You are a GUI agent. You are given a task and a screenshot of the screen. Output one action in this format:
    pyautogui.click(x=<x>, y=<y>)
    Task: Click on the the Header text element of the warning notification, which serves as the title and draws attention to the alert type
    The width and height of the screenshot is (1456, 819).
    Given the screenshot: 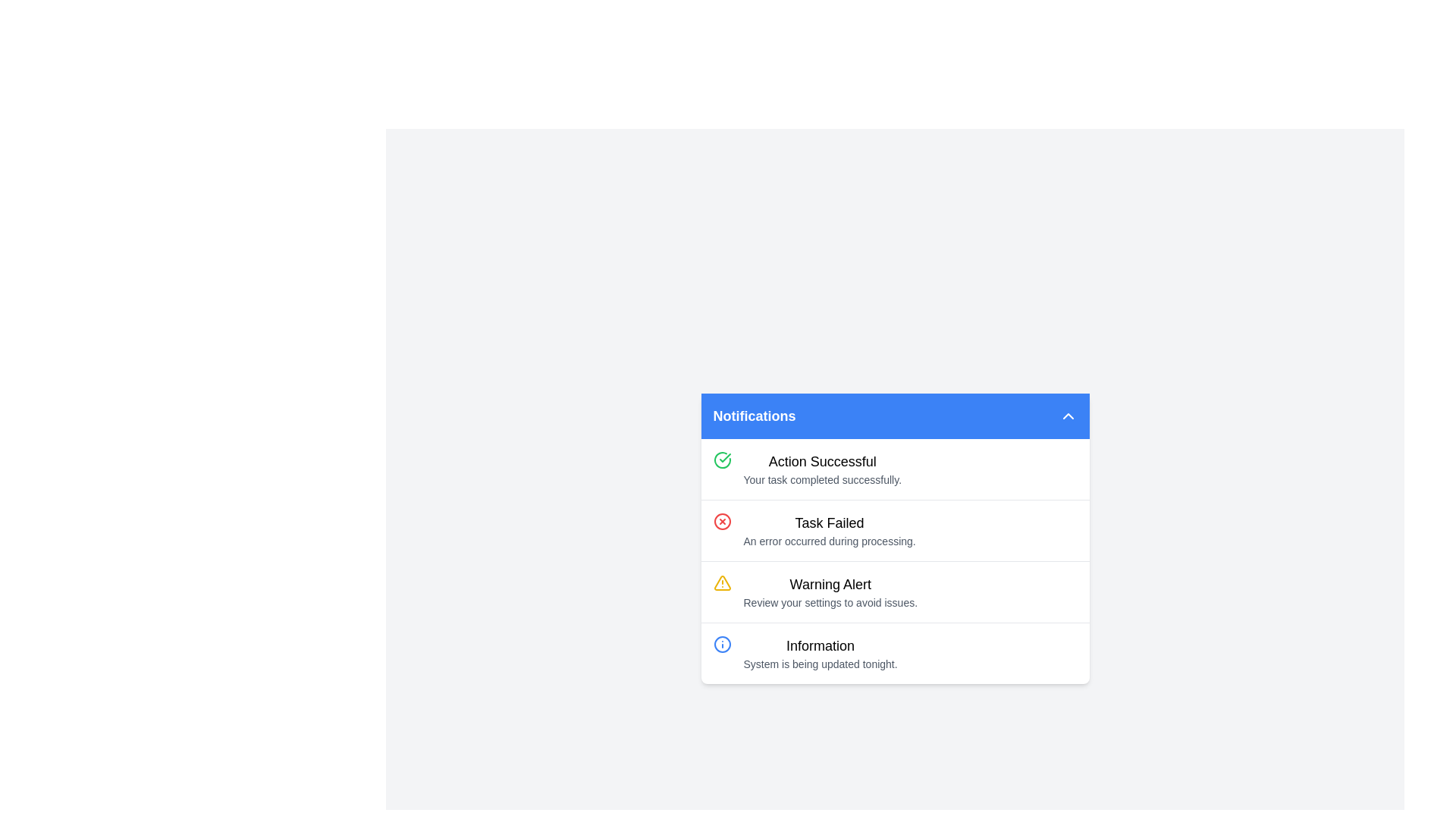 What is the action you would take?
    pyautogui.click(x=830, y=583)
    